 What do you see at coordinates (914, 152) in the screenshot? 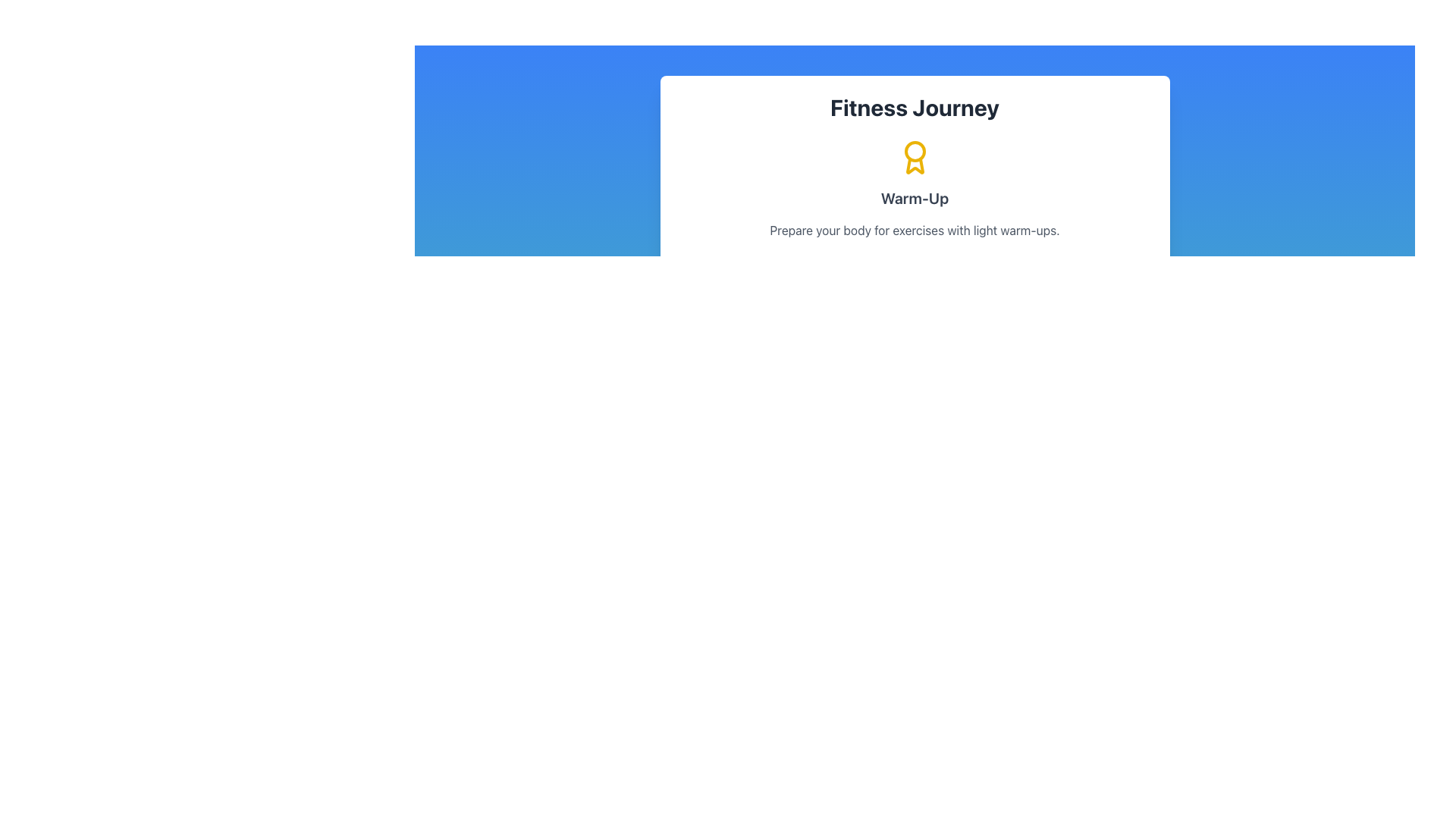
I see `the graphical decoration within the badge icon located below the title 'Fitness Journey' and above the subtitle 'Warm-Up' in the blue gradient header` at bounding box center [914, 152].